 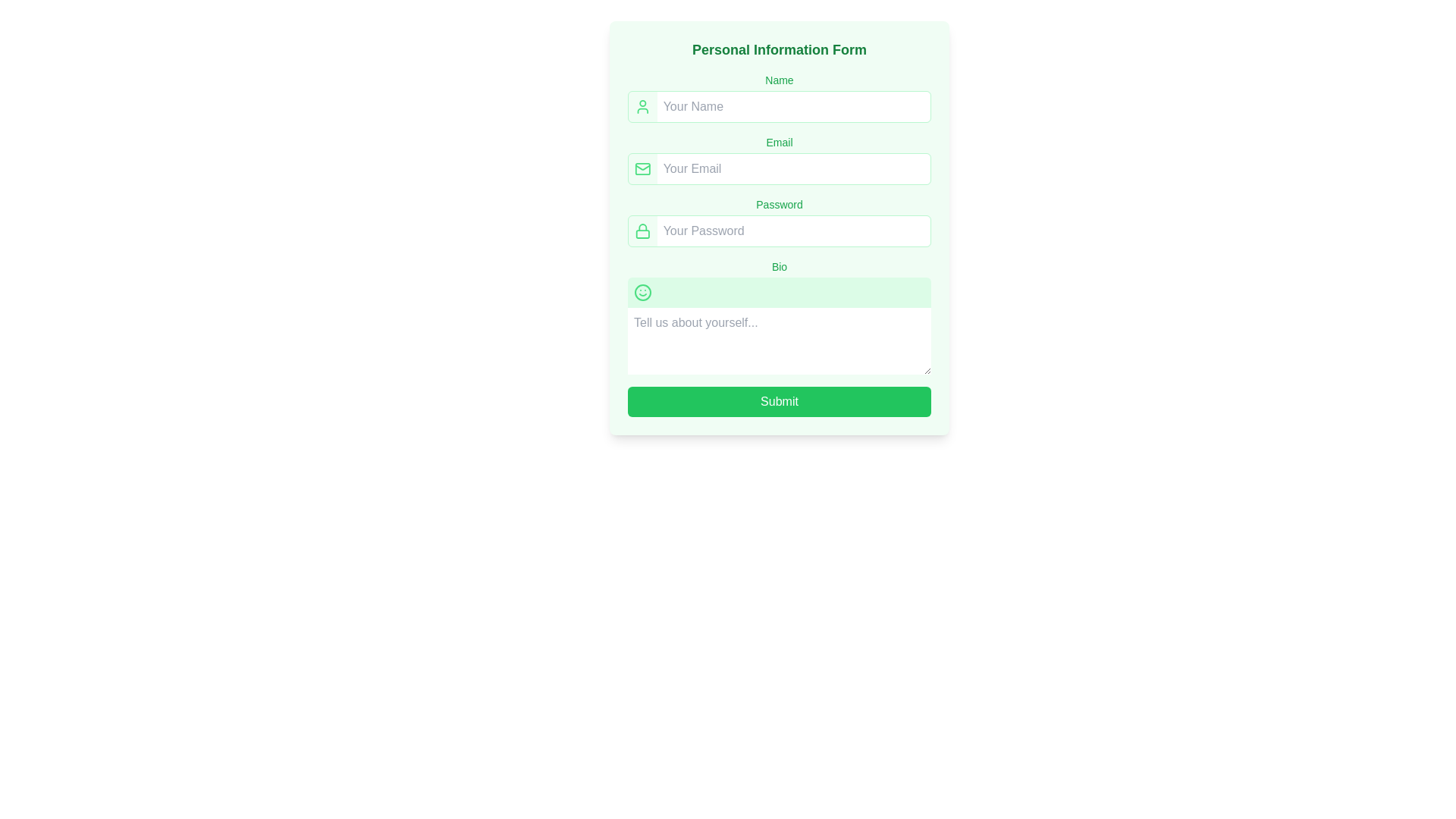 I want to click on the SVG Rectangle that represents the body of the padlock icon in the 'Personal Information Form', located beneath the shackle of the lock, so click(x=642, y=234).